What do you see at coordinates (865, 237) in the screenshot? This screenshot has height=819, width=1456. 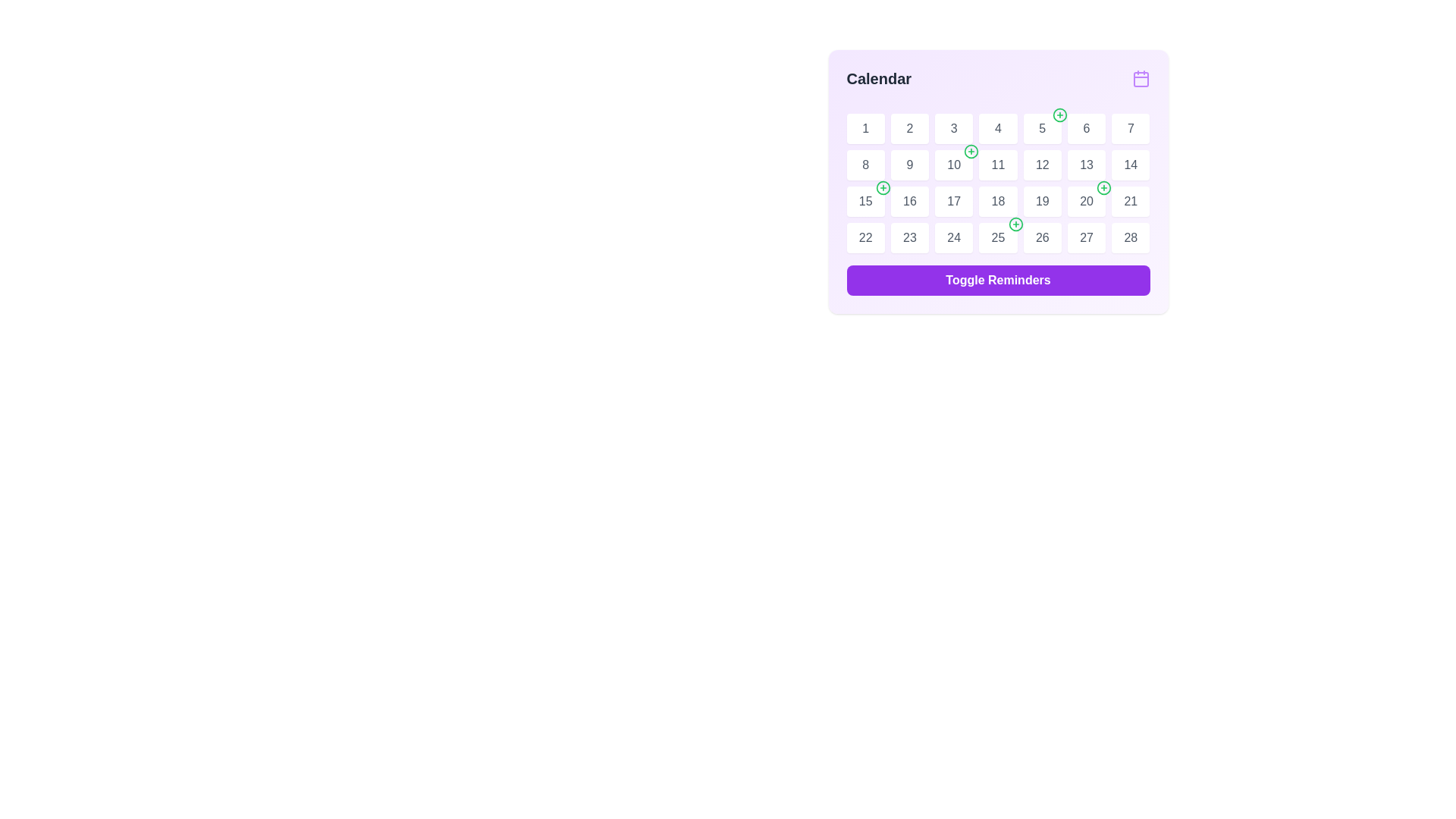 I see `the calendar cell displaying the number '22'` at bounding box center [865, 237].